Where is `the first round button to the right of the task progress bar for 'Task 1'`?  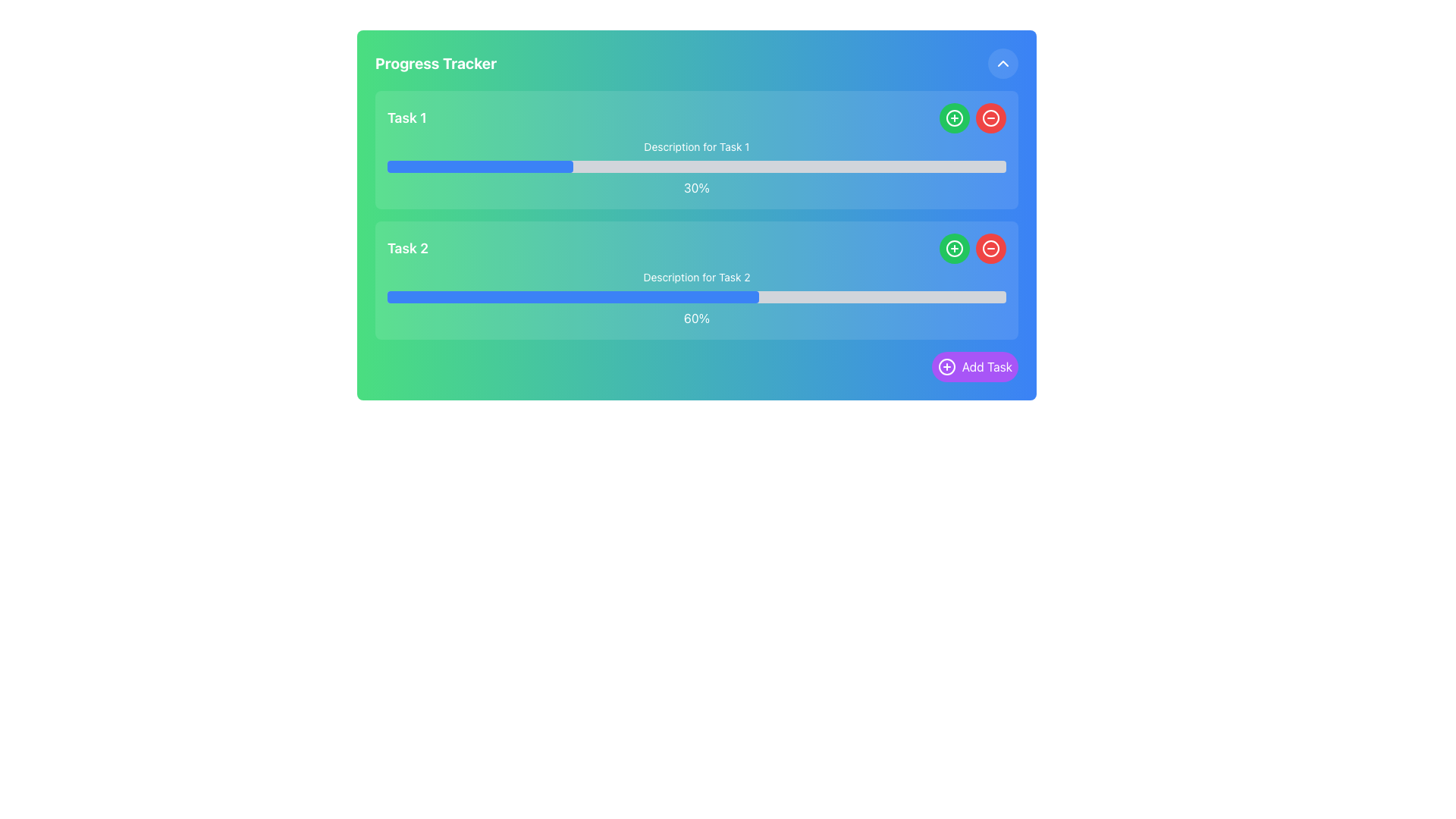 the first round button to the right of the task progress bar for 'Task 1' is located at coordinates (953, 117).